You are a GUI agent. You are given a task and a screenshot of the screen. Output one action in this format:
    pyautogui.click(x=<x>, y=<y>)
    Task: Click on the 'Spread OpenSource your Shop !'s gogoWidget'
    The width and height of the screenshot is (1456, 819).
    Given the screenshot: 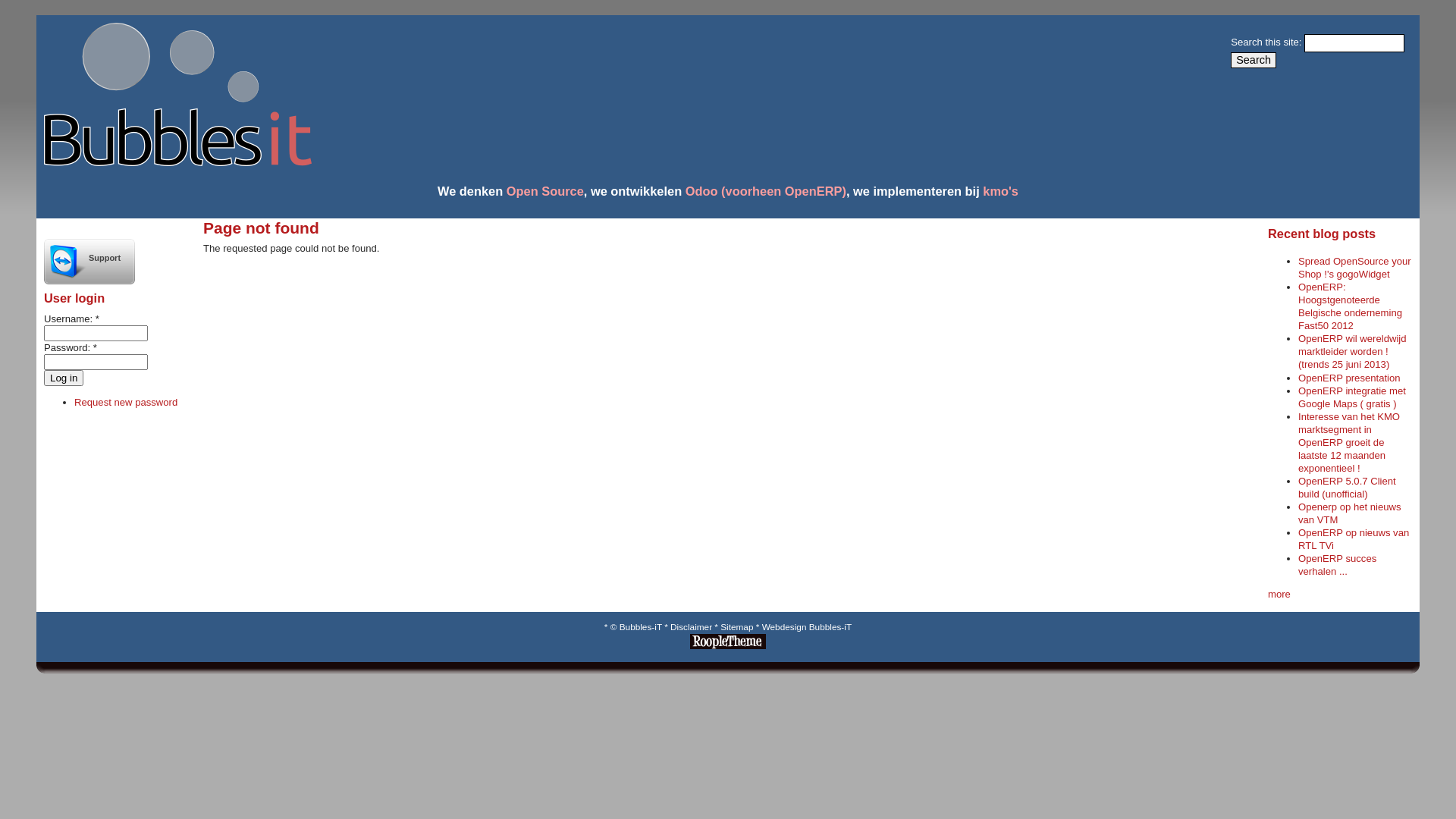 What is the action you would take?
    pyautogui.click(x=1354, y=267)
    